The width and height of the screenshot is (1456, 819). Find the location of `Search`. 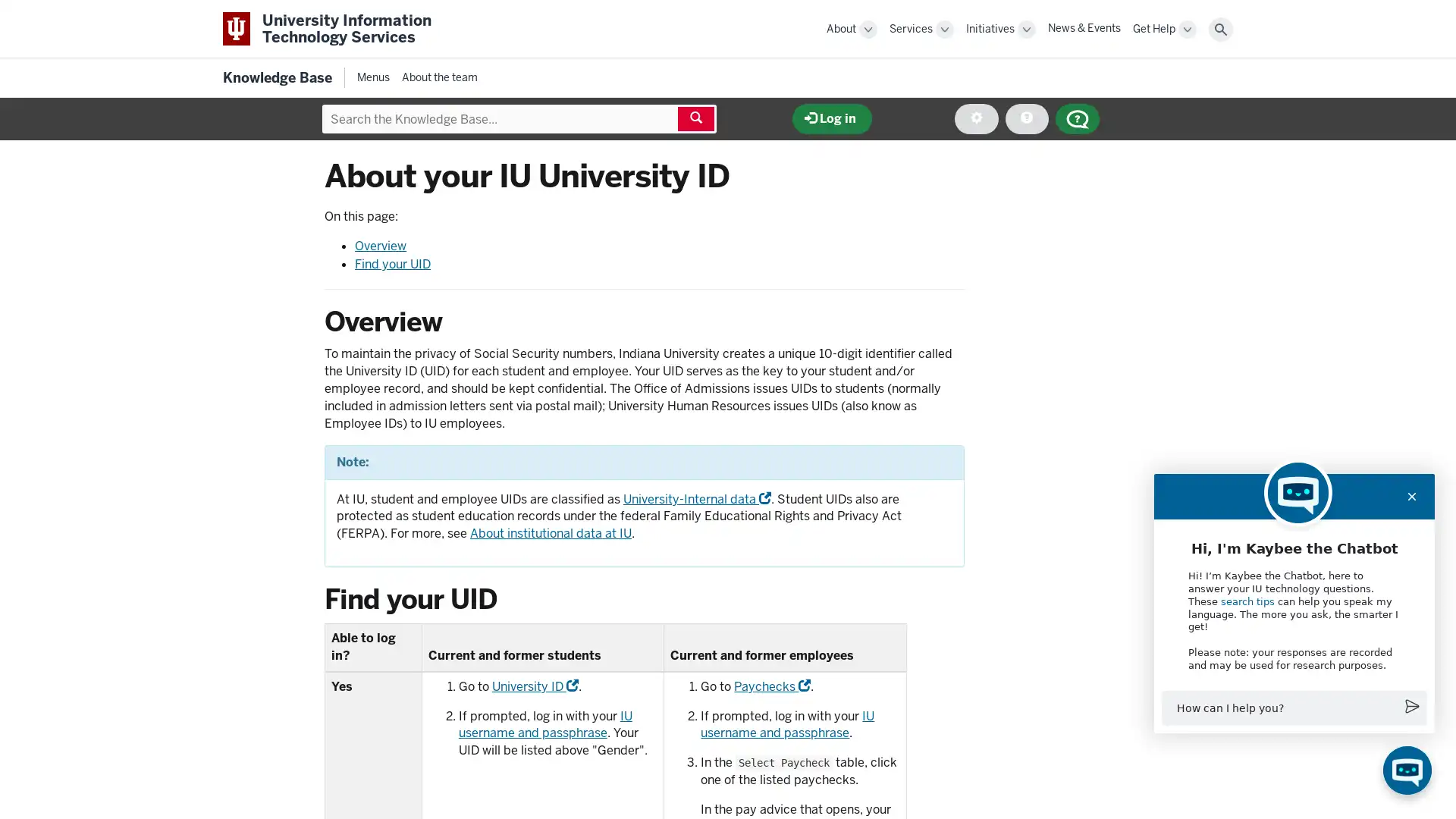

Search is located at coordinates (1220, 29).